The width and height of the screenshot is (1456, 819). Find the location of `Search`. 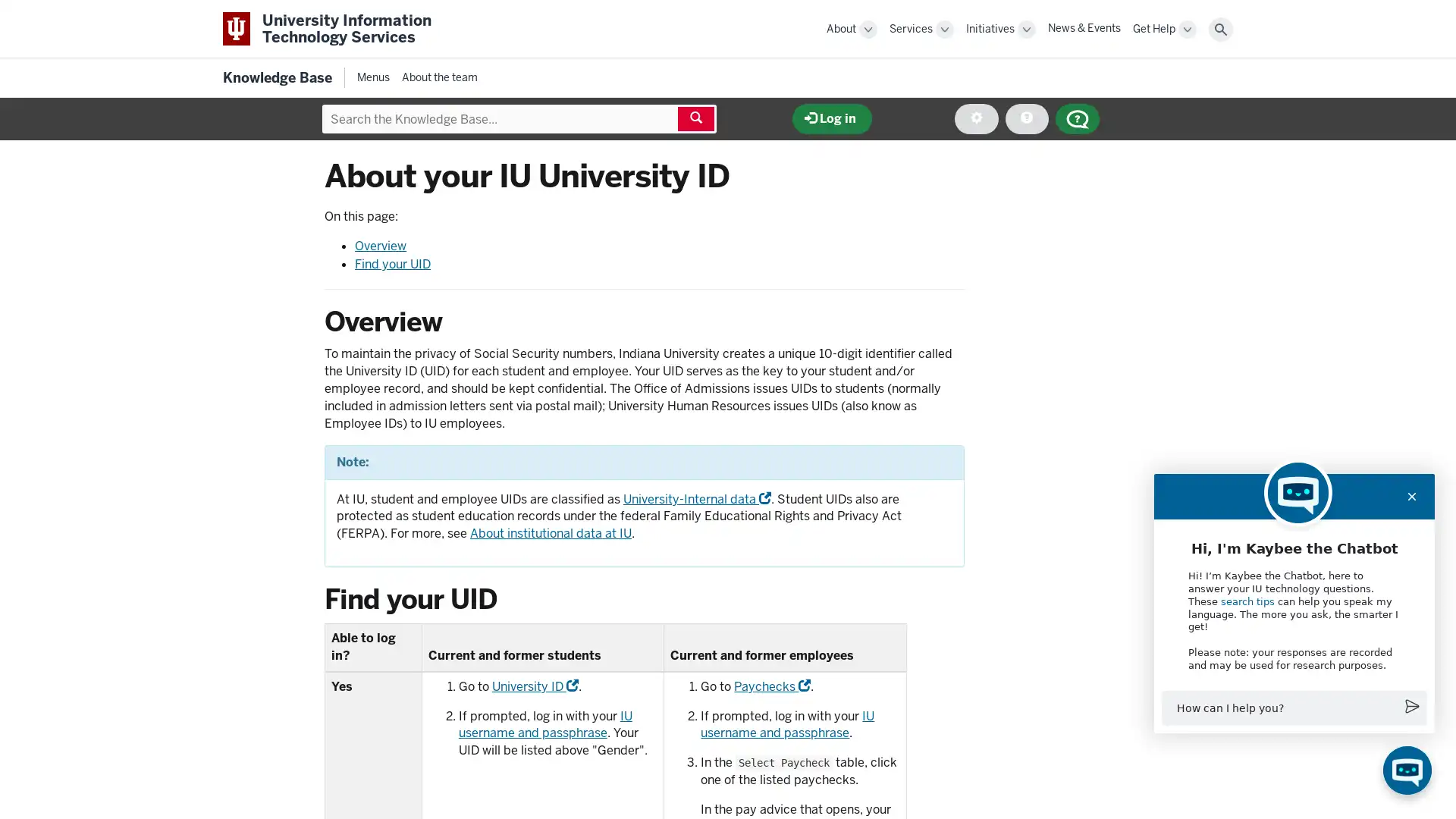

Search is located at coordinates (1220, 29).